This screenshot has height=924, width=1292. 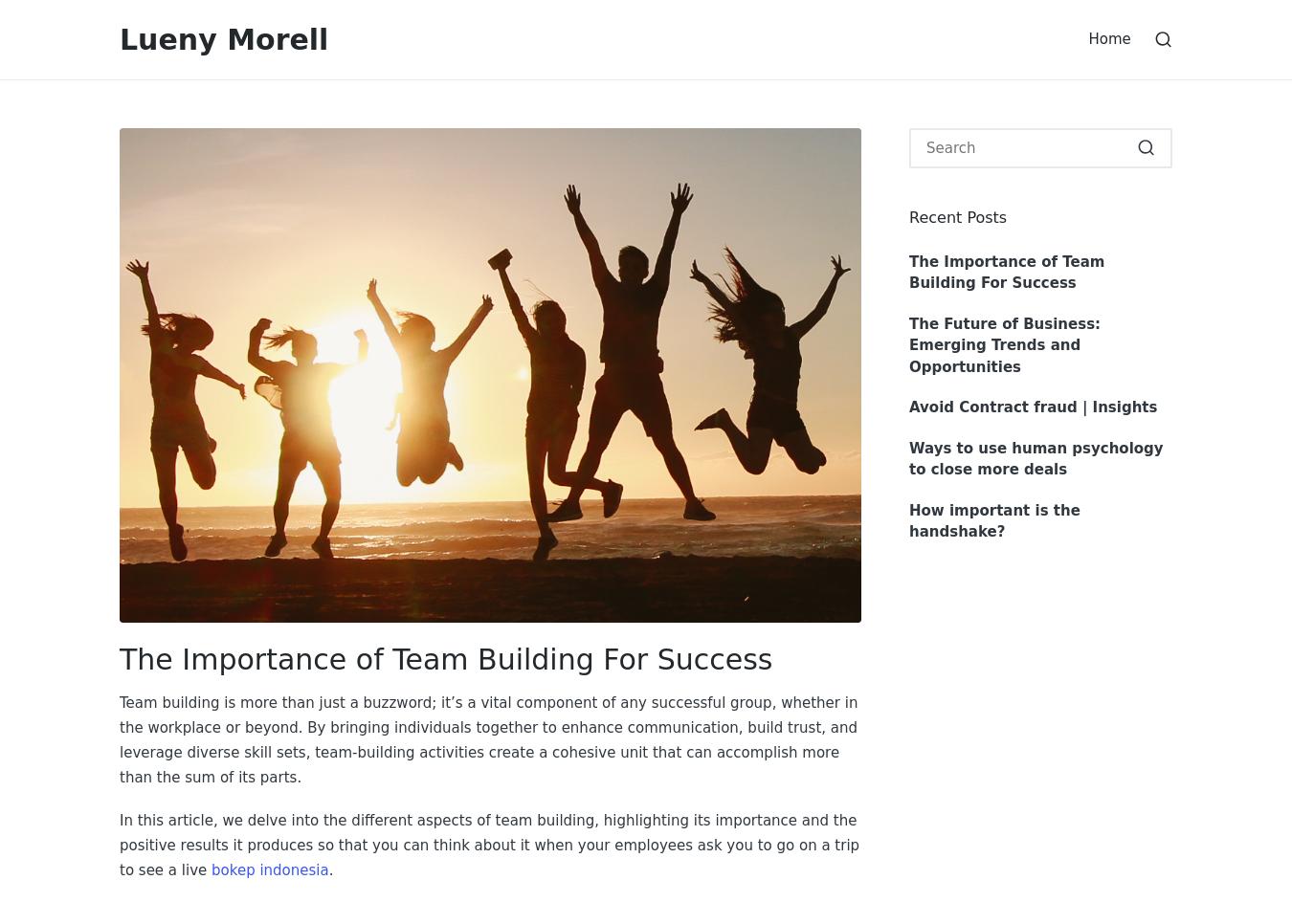 What do you see at coordinates (330, 869) in the screenshot?
I see `'.'` at bounding box center [330, 869].